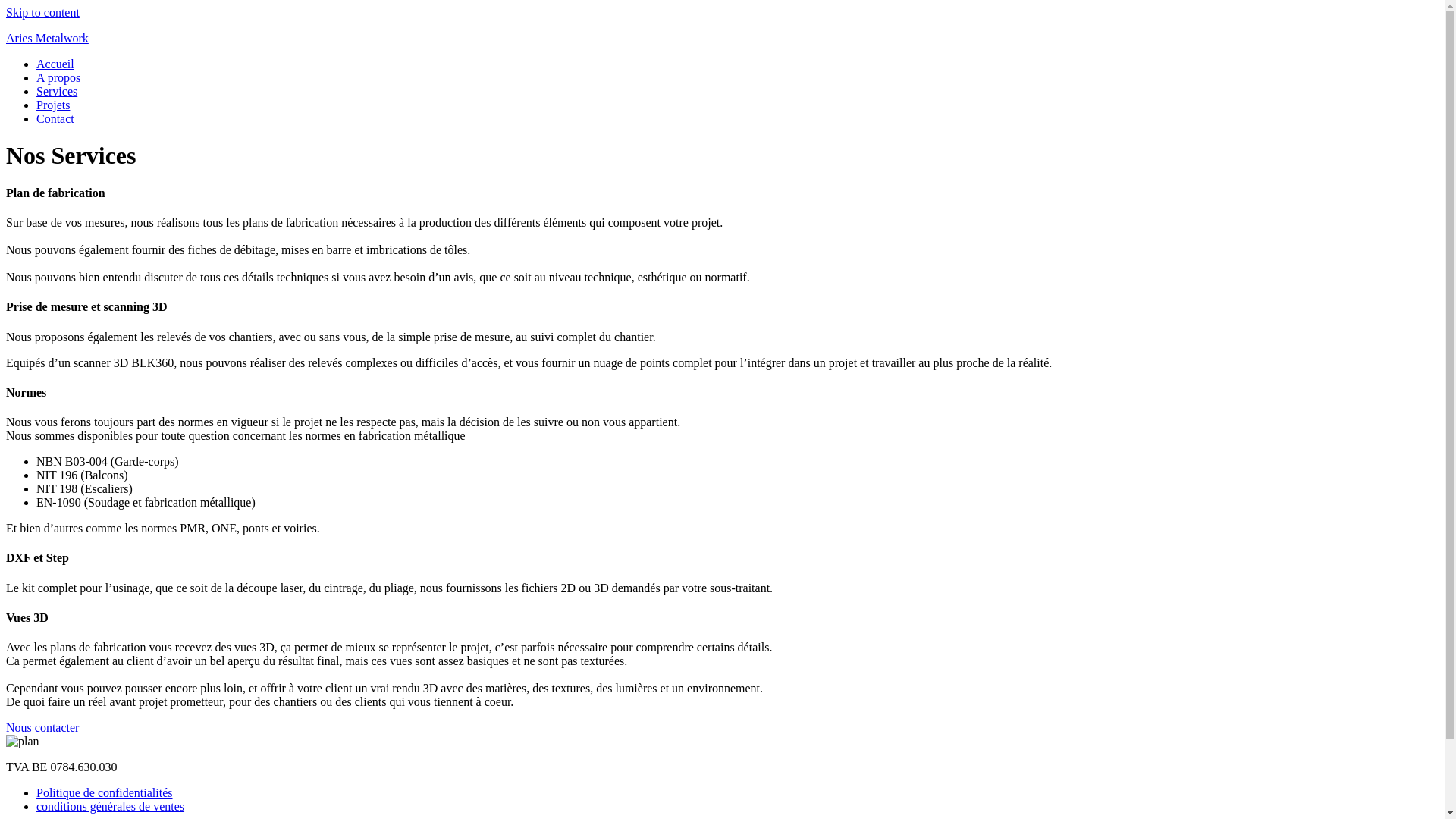  Describe the element at coordinates (55, 63) in the screenshot. I see `'Accueil'` at that location.